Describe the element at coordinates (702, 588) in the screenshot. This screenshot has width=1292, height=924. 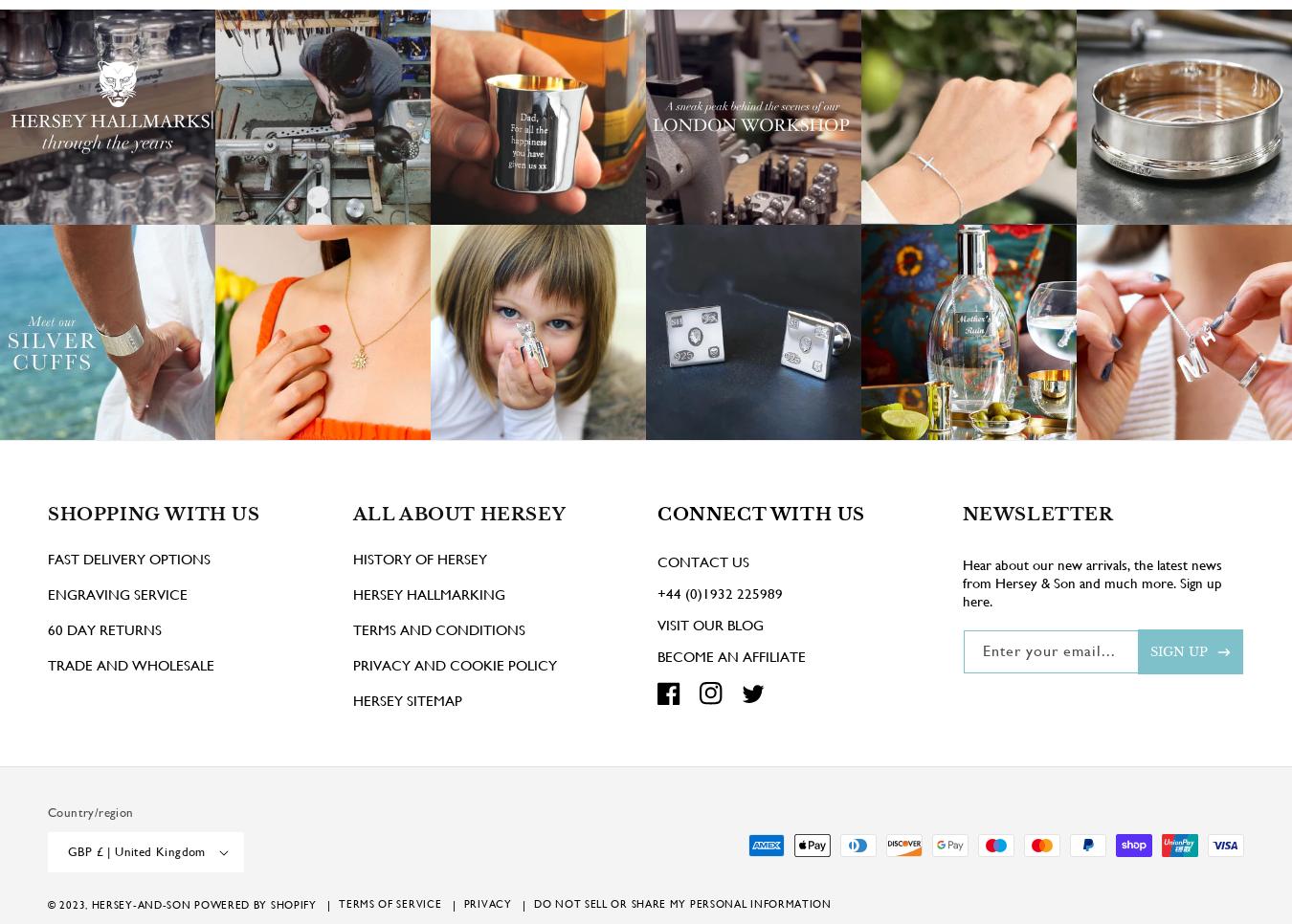
I see `'CONTACT US'` at that location.